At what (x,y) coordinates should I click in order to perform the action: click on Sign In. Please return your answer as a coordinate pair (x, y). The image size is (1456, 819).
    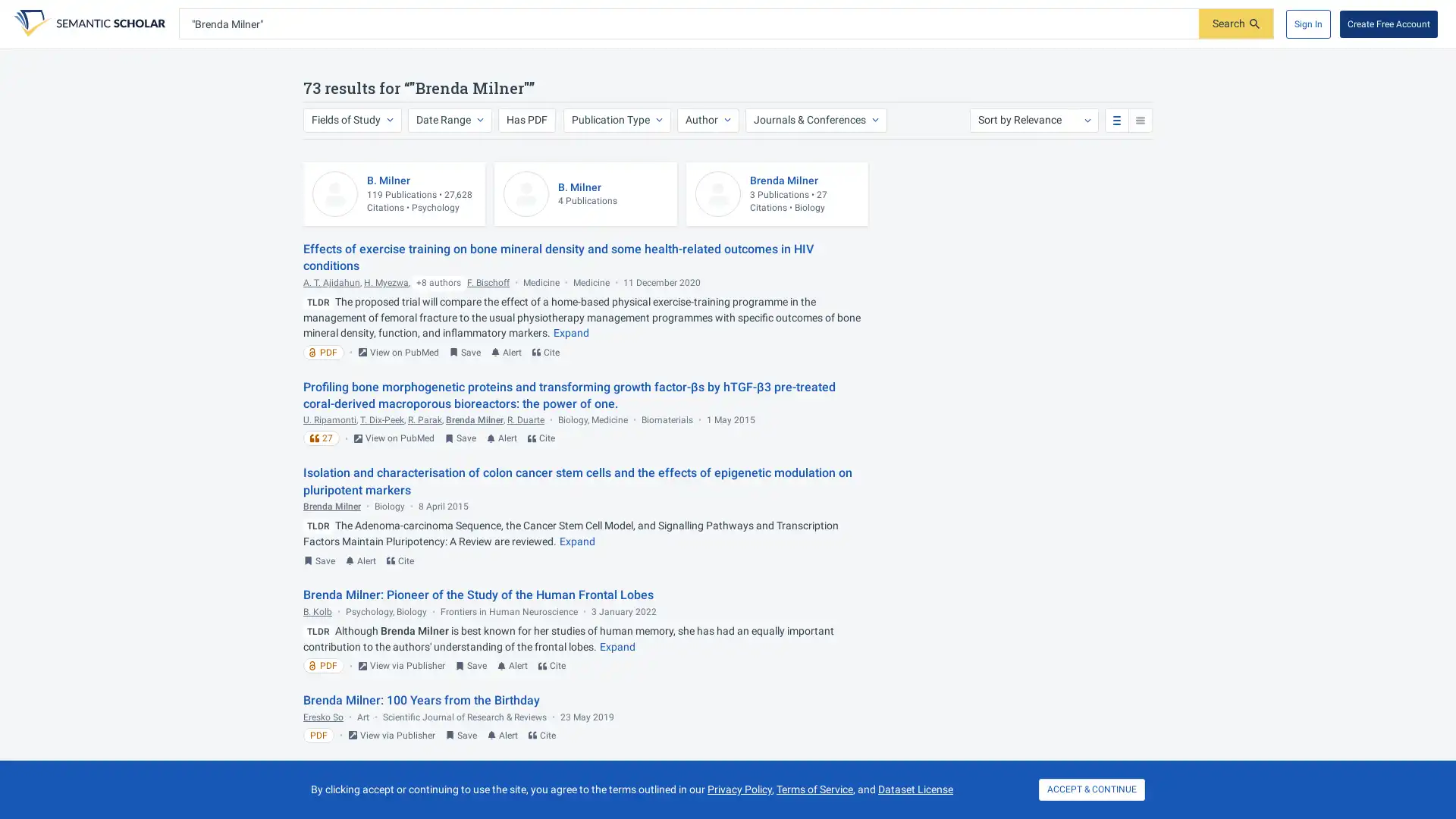
    Looking at the image, I should click on (1307, 24).